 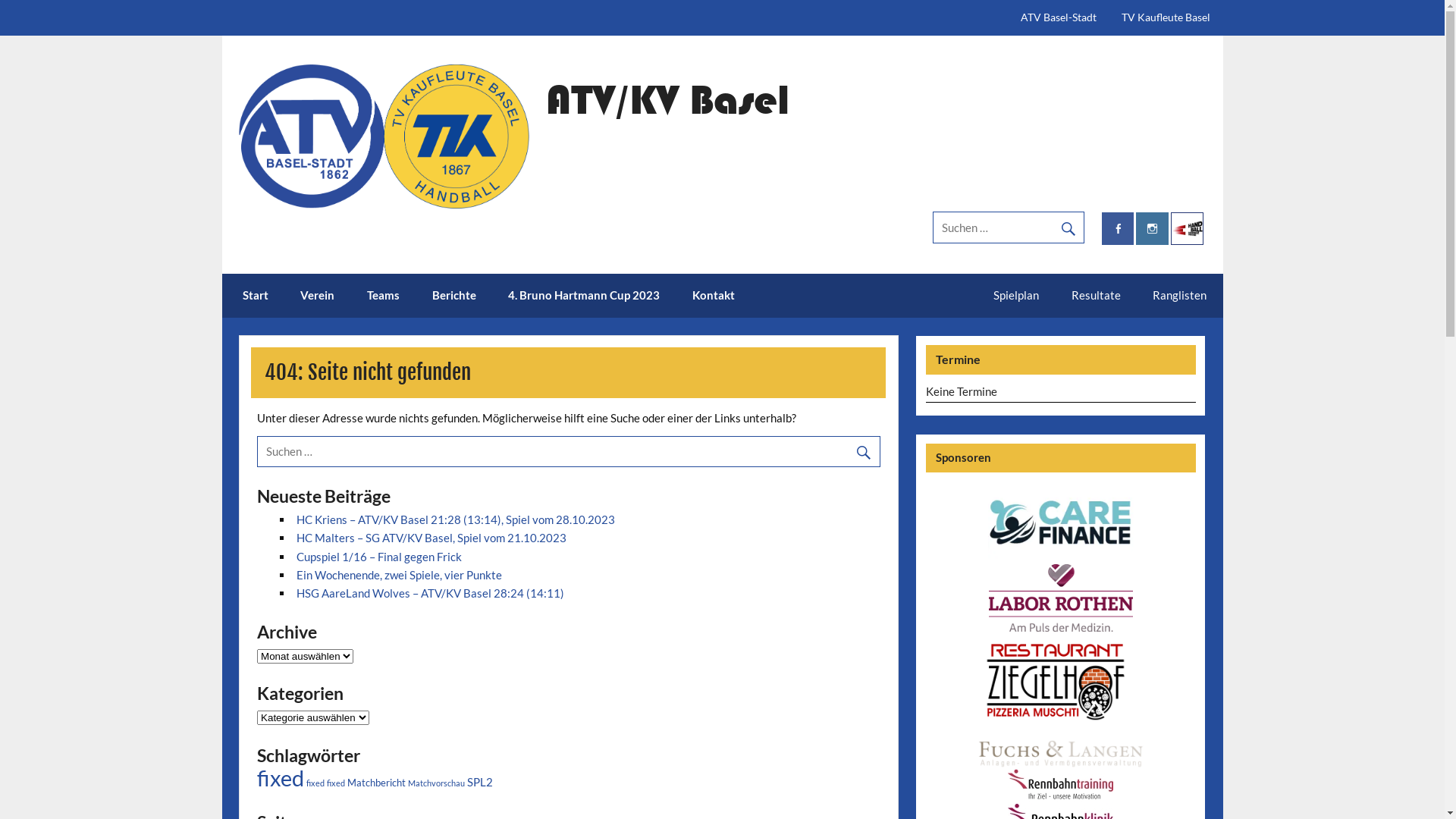 What do you see at coordinates (305, 783) in the screenshot?
I see `'fixed'` at bounding box center [305, 783].